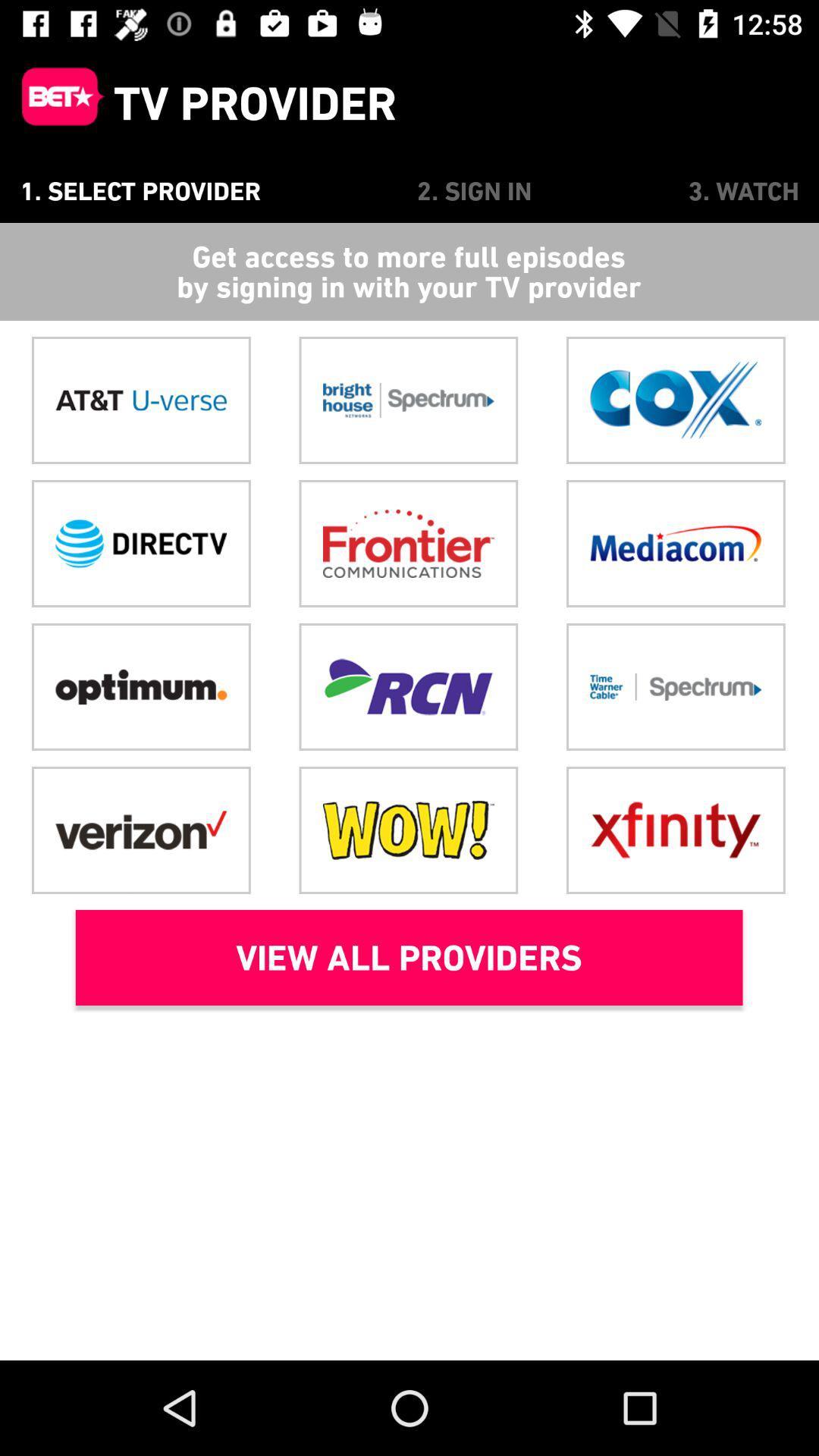 The image size is (819, 1456). Describe the element at coordinates (408, 956) in the screenshot. I see `view all providers item` at that location.